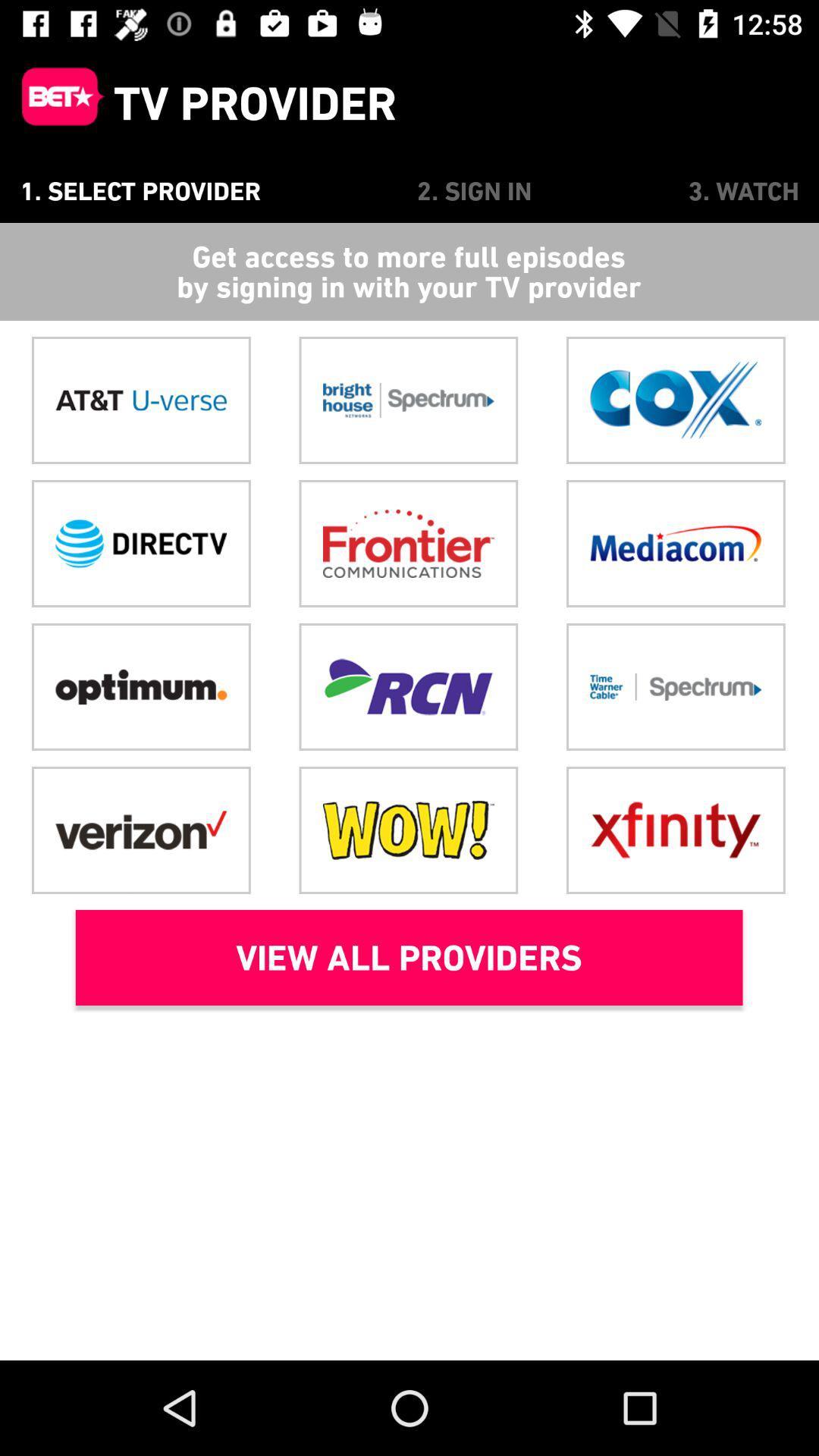 The image size is (819, 1456). Describe the element at coordinates (408, 956) in the screenshot. I see `view all providers item` at that location.